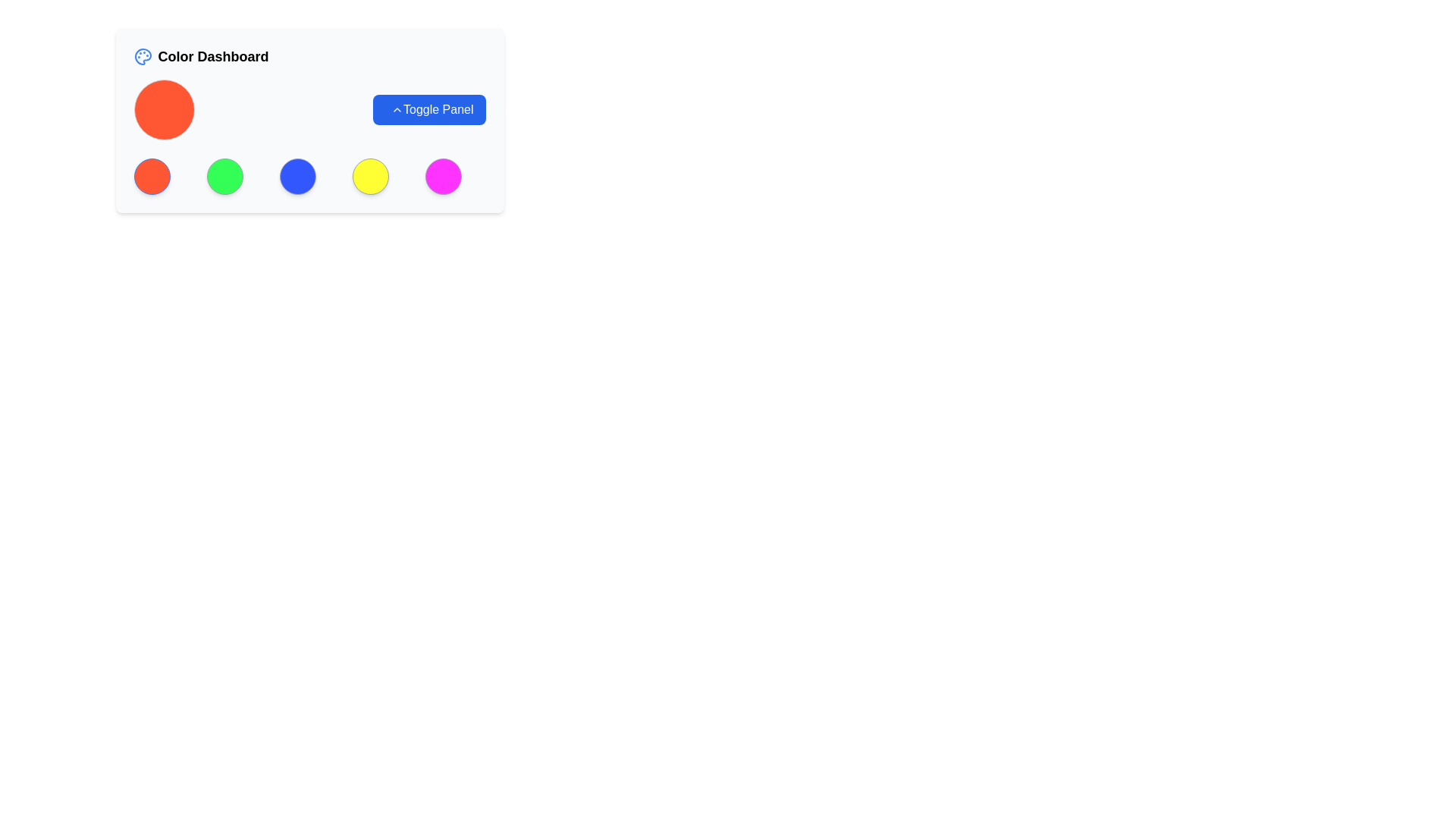 This screenshot has height=819, width=1456. Describe the element at coordinates (152, 175) in the screenshot. I see `the first circular button with a bright orange background and a thin blue border` at that location.